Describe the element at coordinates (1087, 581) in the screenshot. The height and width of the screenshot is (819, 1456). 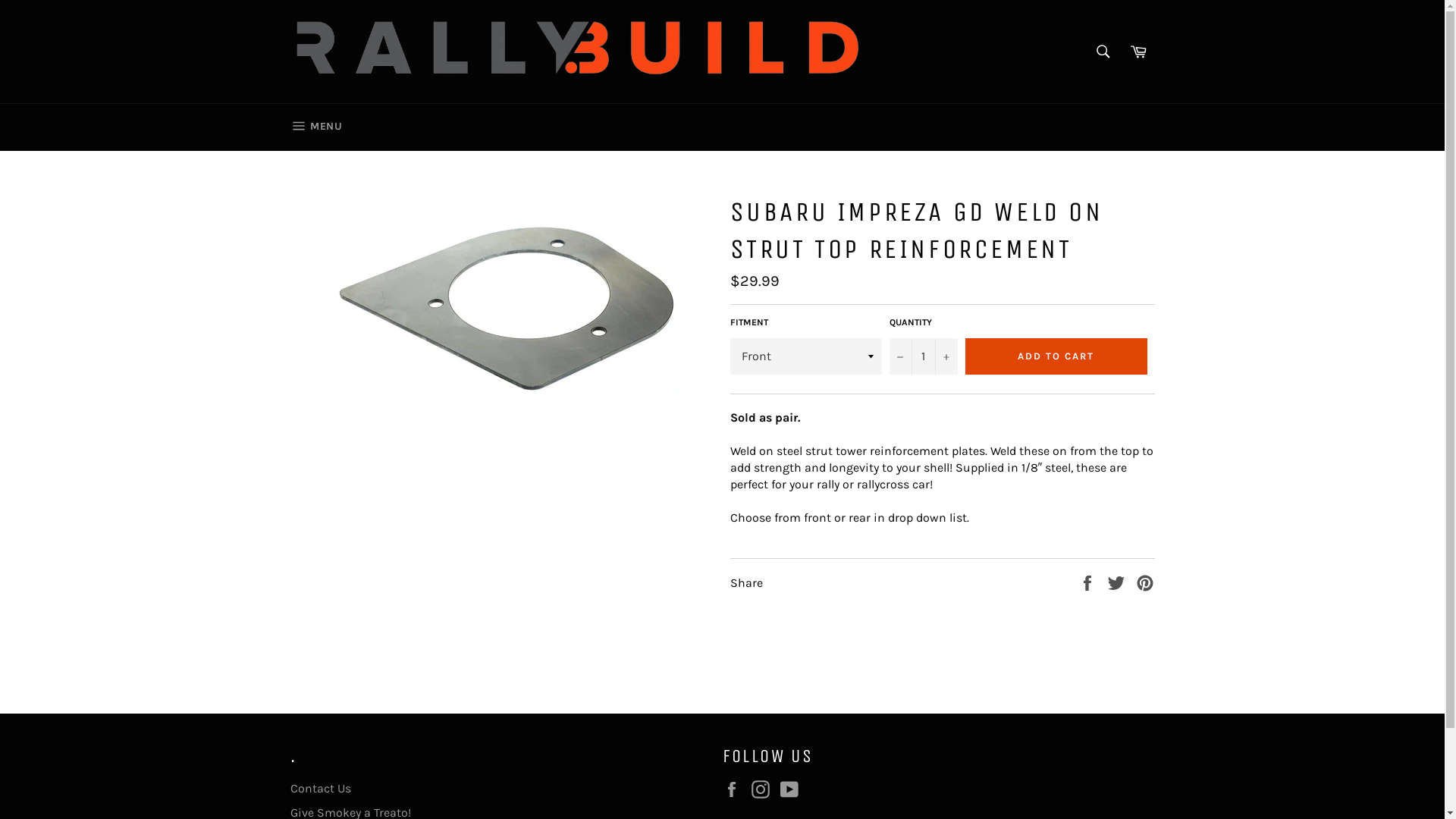
I see `'Share on Facebook'` at that location.